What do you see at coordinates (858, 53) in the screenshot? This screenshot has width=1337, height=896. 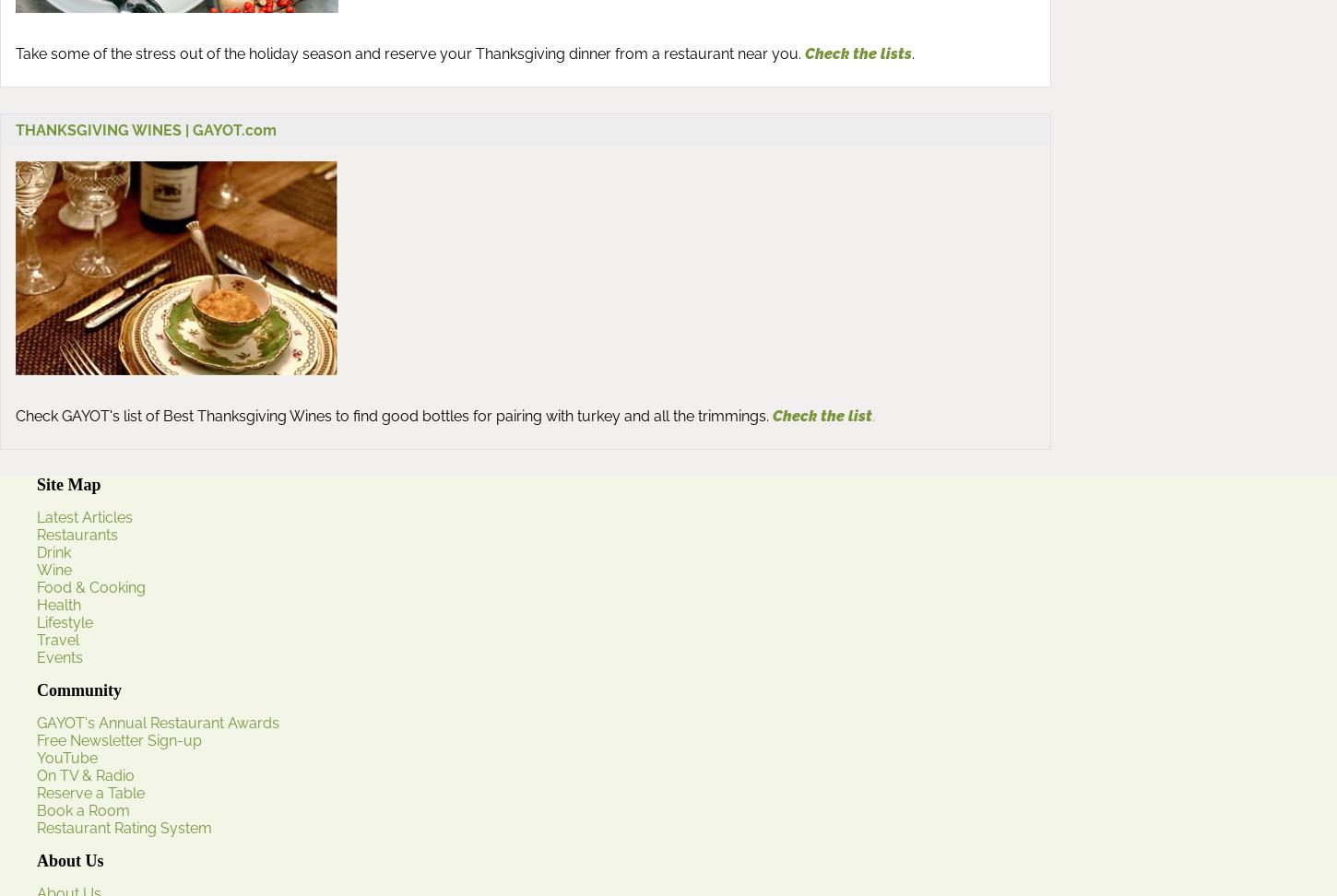 I see `'Check the lists'` at bounding box center [858, 53].